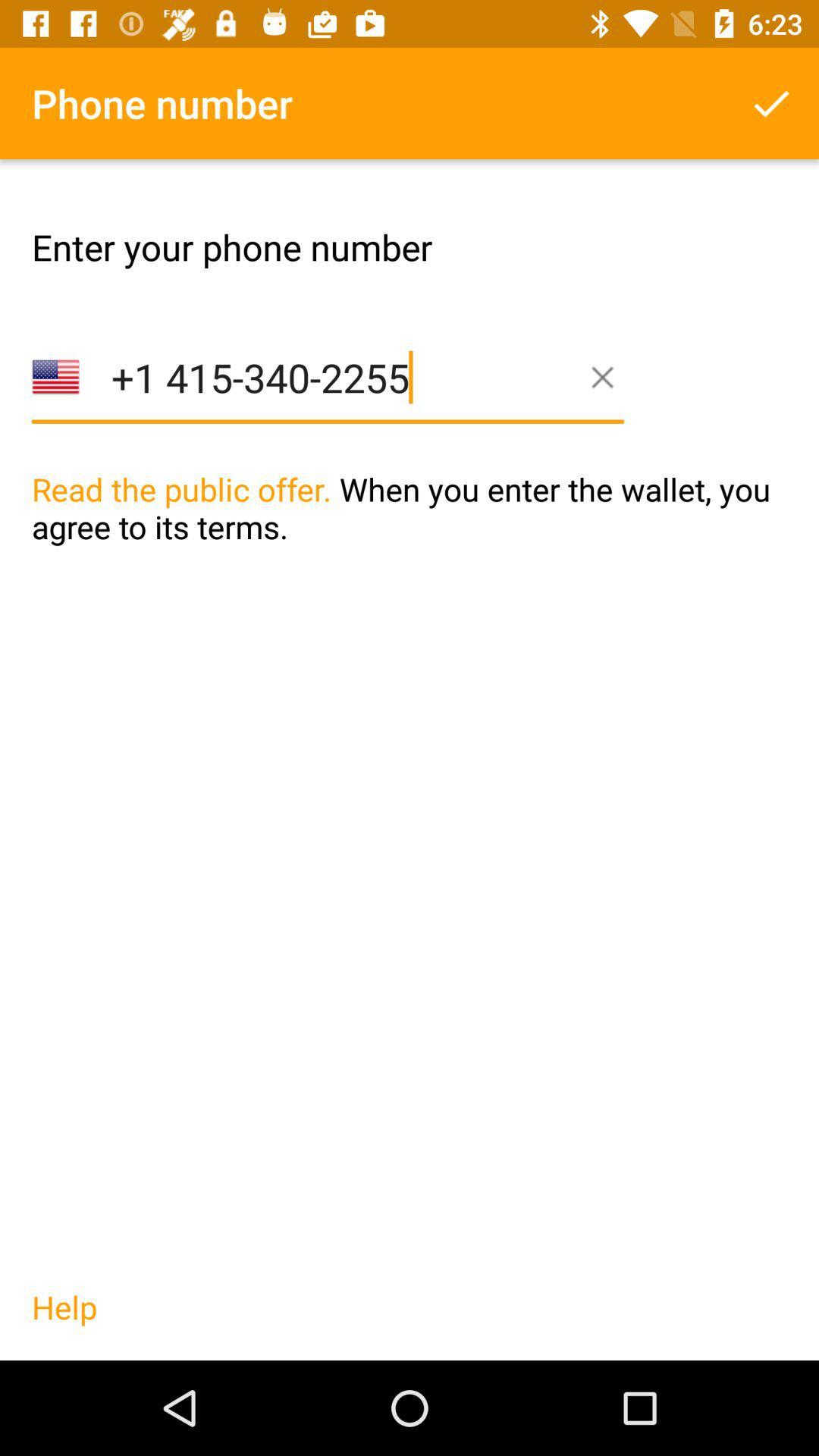 The image size is (819, 1456). Describe the element at coordinates (771, 102) in the screenshot. I see `the item at the top right corner` at that location.